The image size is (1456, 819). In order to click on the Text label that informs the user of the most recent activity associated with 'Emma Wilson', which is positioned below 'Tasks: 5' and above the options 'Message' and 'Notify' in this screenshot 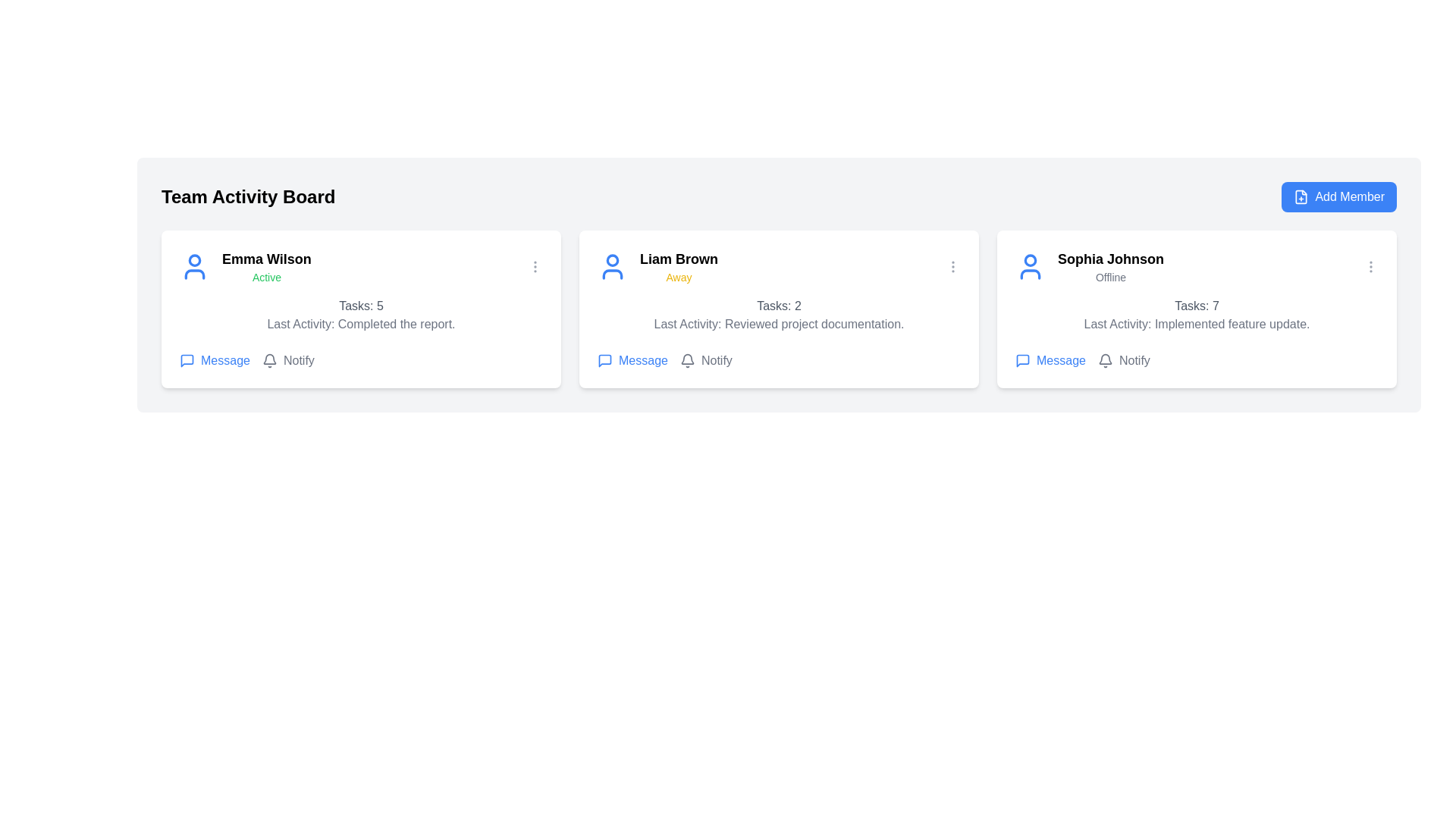, I will do `click(360, 324)`.